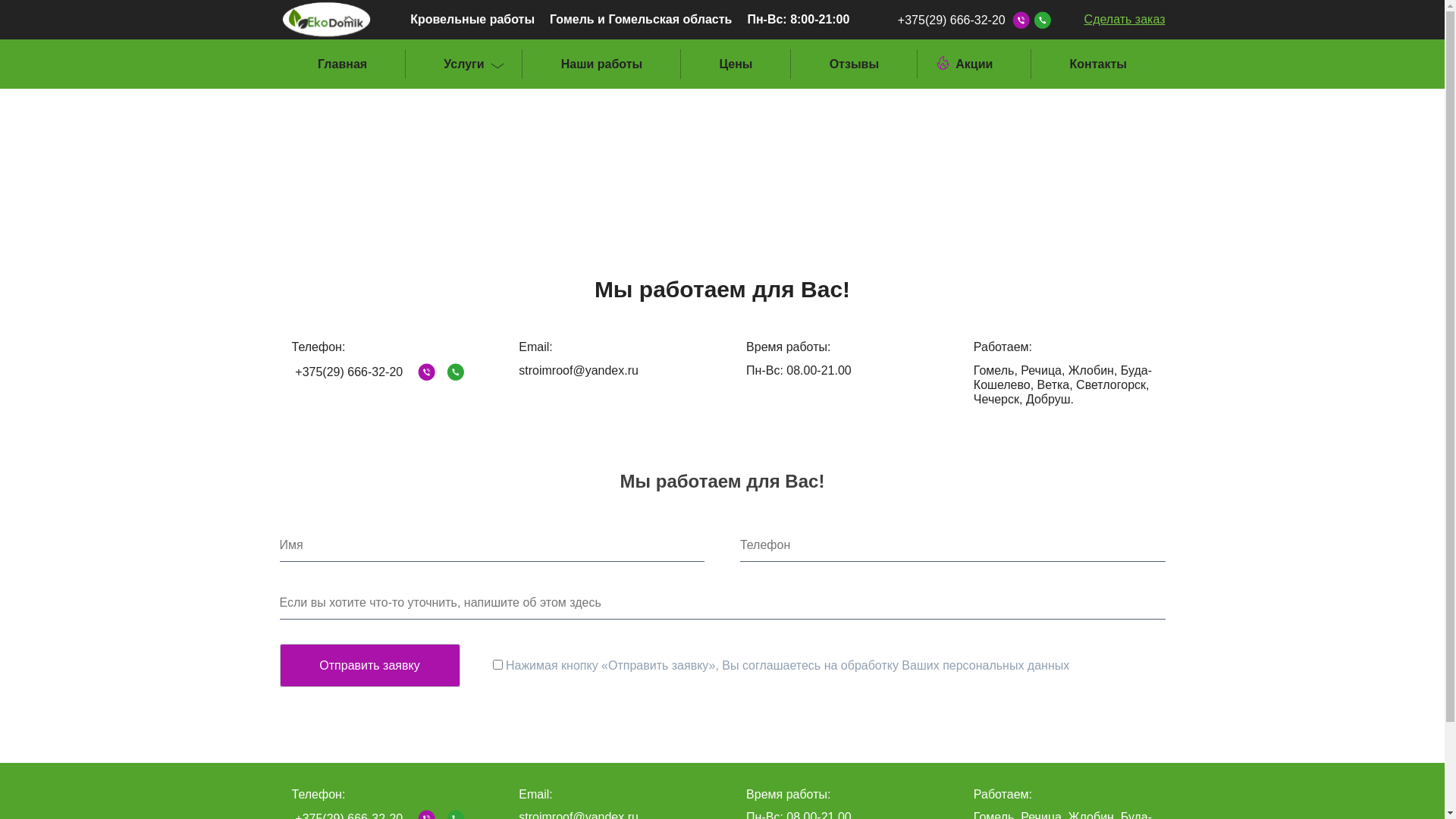 This screenshot has width=1456, height=819. What do you see at coordinates (519, 370) in the screenshot?
I see `'stroimroof@yandex.ru'` at bounding box center [519, 370].